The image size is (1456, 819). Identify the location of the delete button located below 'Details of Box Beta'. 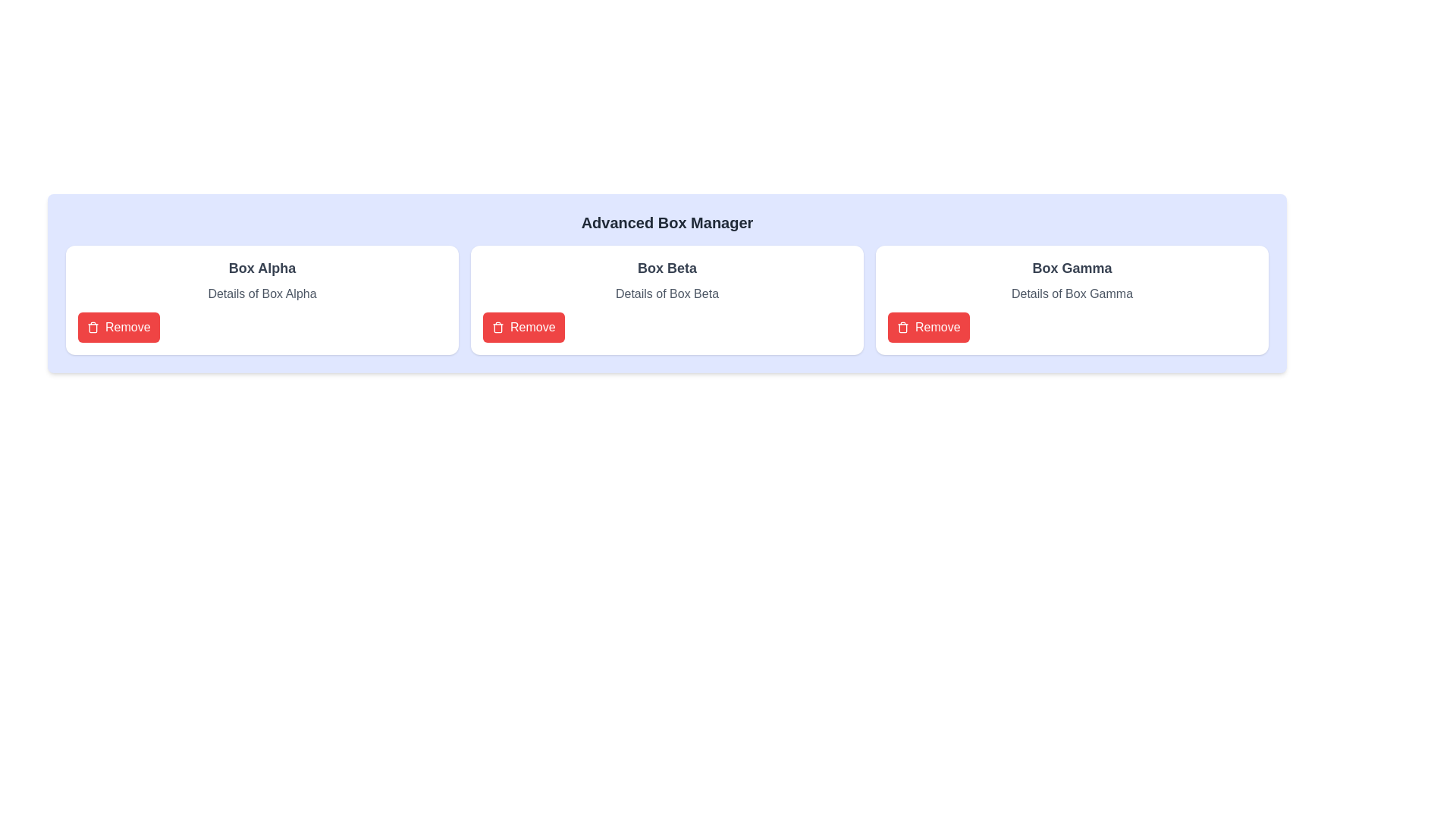
(523, 327).